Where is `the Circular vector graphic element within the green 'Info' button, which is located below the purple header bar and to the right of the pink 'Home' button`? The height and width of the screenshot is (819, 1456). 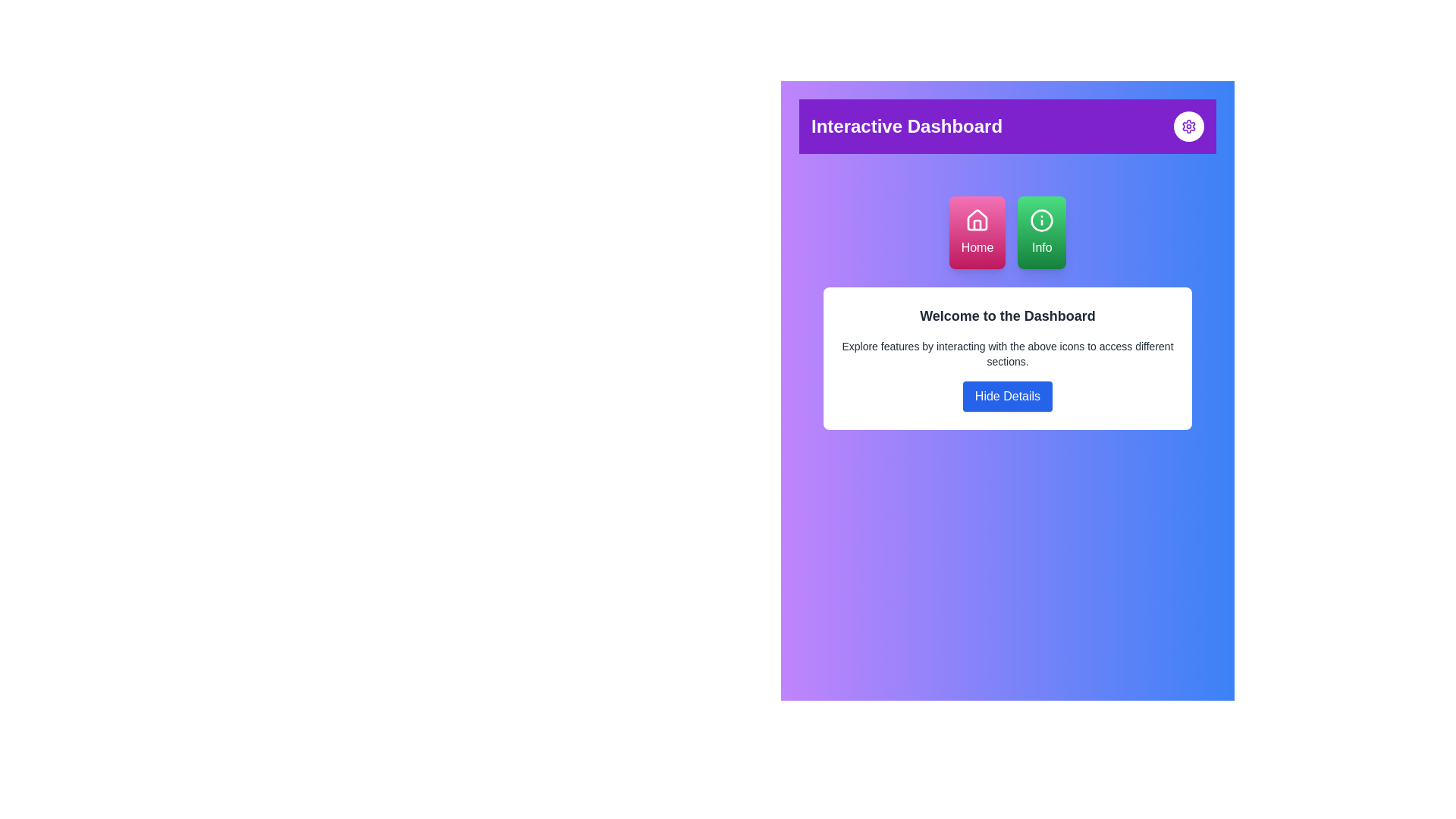
the Circular vector graphic element within the green 'Info' button, which is located below the purple header bar and to the right of the pink 'Home' button is located at coordinates (1040, 220).